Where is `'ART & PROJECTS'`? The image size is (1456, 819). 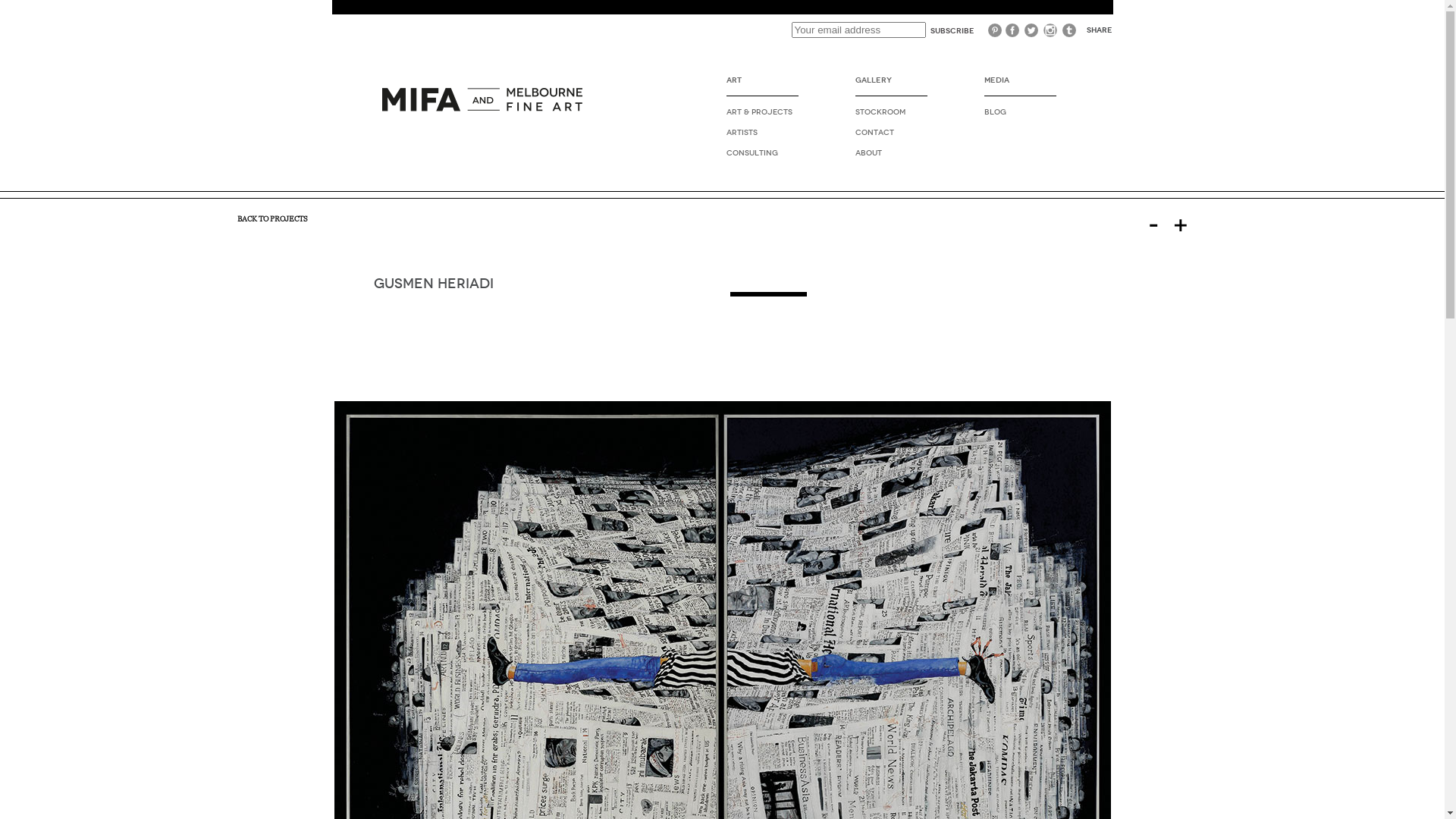
'ART & PROJECTS' is located at coordinates (762, 111).